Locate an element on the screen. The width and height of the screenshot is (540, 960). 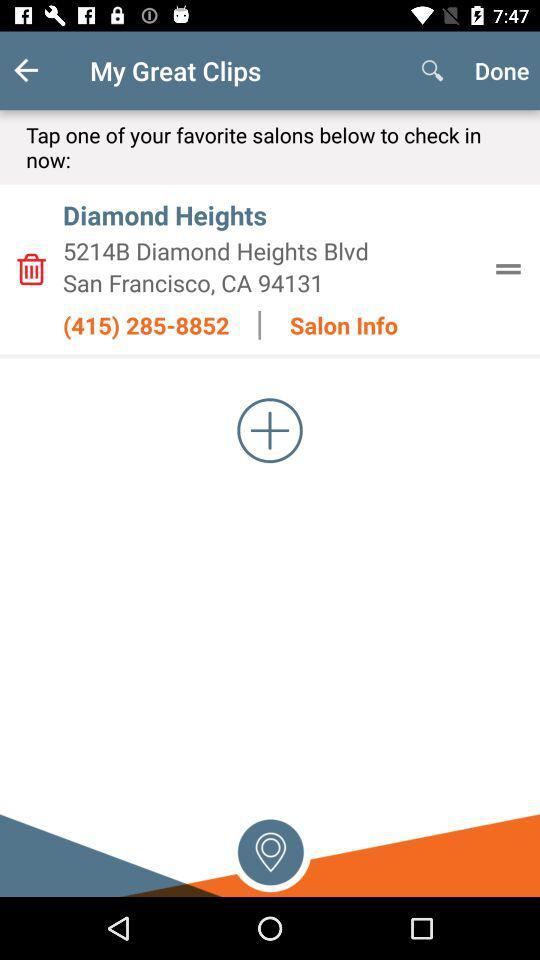
the icon below diamond heights is located at coordinates (270, 250).